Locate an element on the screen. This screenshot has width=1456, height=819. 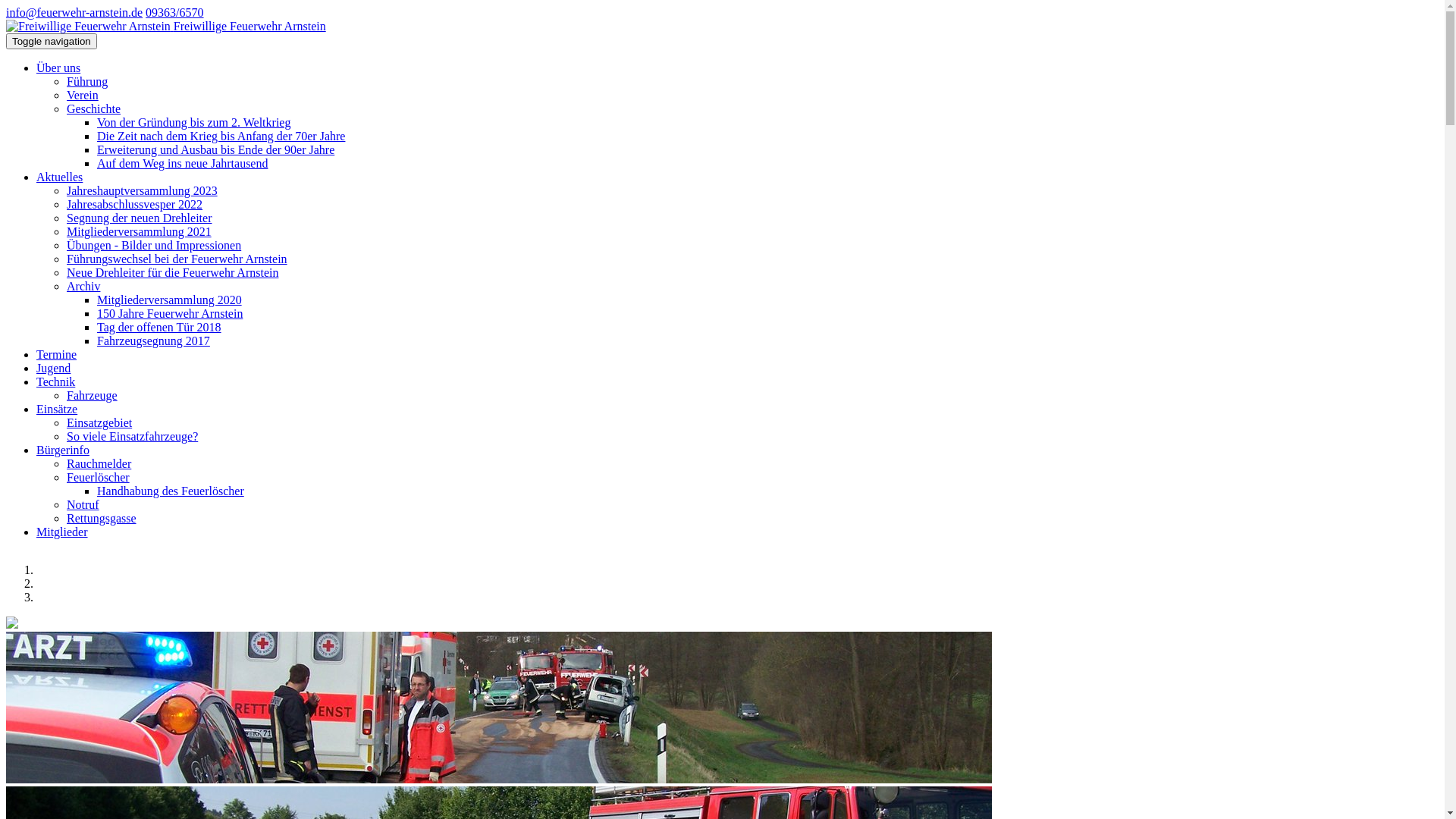
'Jahresabschlussvesper 2022' is located at coordinates (134, 203).